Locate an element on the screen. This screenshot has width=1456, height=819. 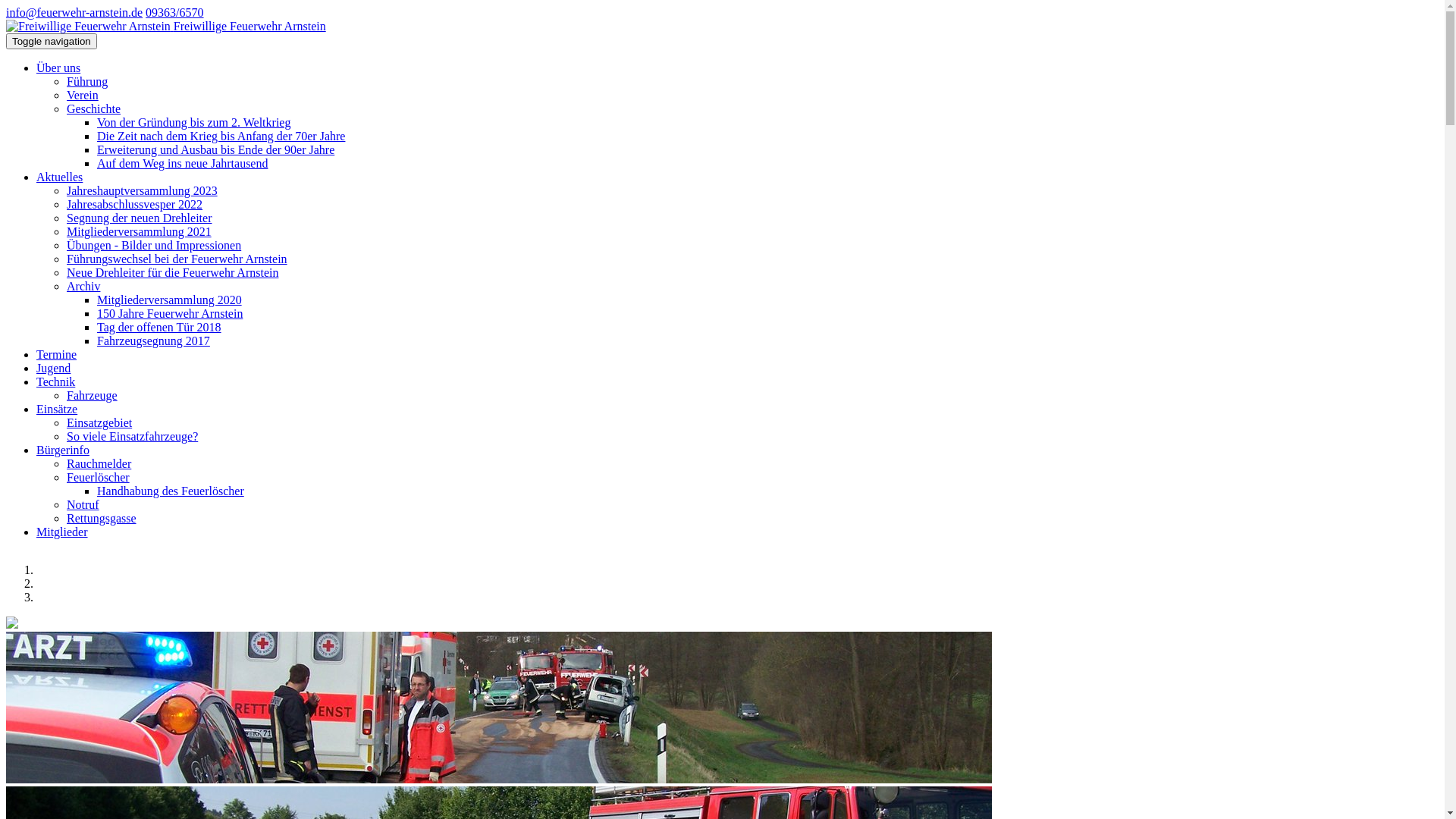
'Jahresabschlussvesper 2022' is located at coordinates (134, 203).